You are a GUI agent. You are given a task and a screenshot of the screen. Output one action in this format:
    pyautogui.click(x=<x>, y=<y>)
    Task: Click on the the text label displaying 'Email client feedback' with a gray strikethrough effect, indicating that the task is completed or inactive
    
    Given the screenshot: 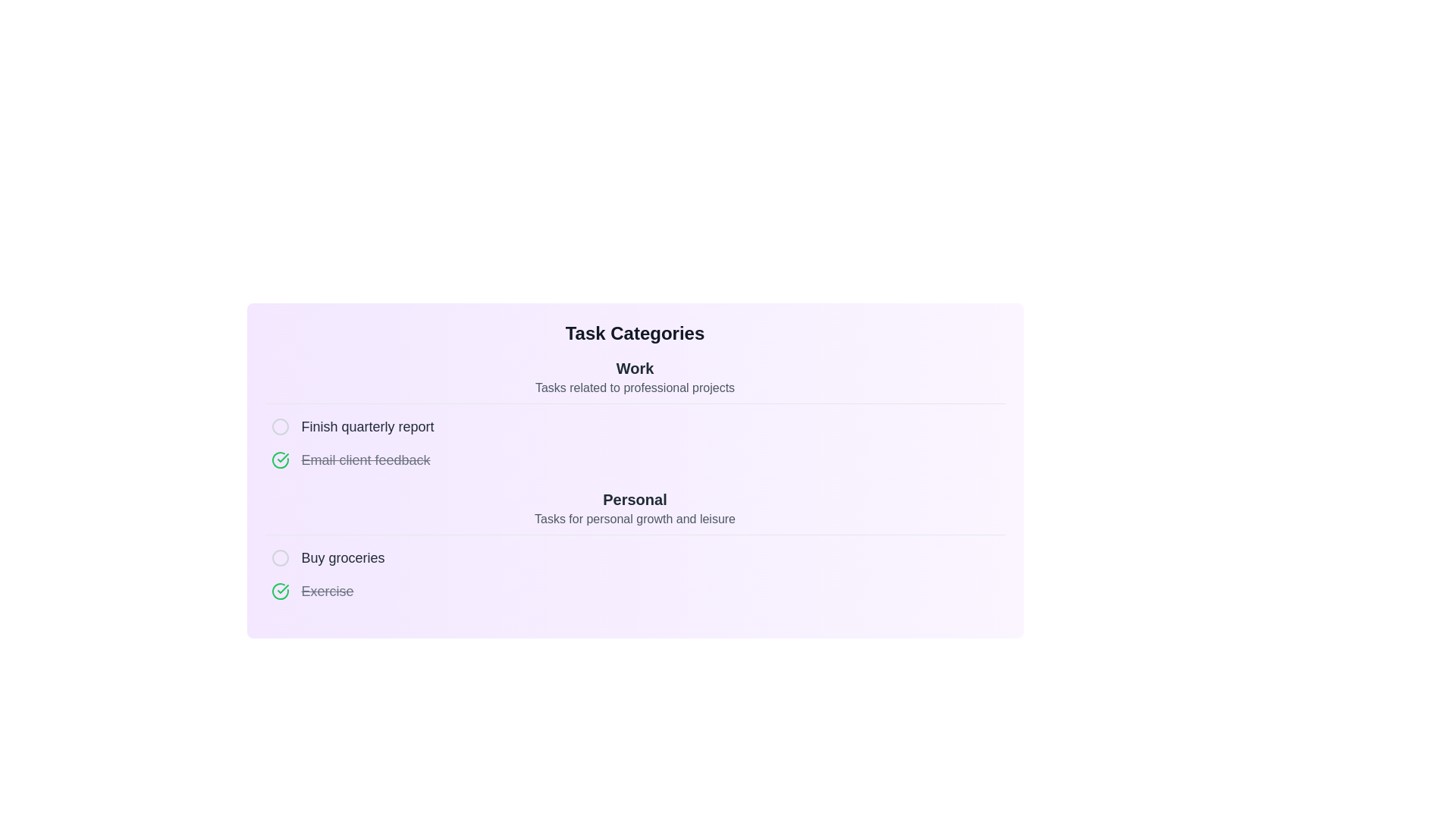 What is the action you would take?
    pyautogui.click(x=366, y=459)
    